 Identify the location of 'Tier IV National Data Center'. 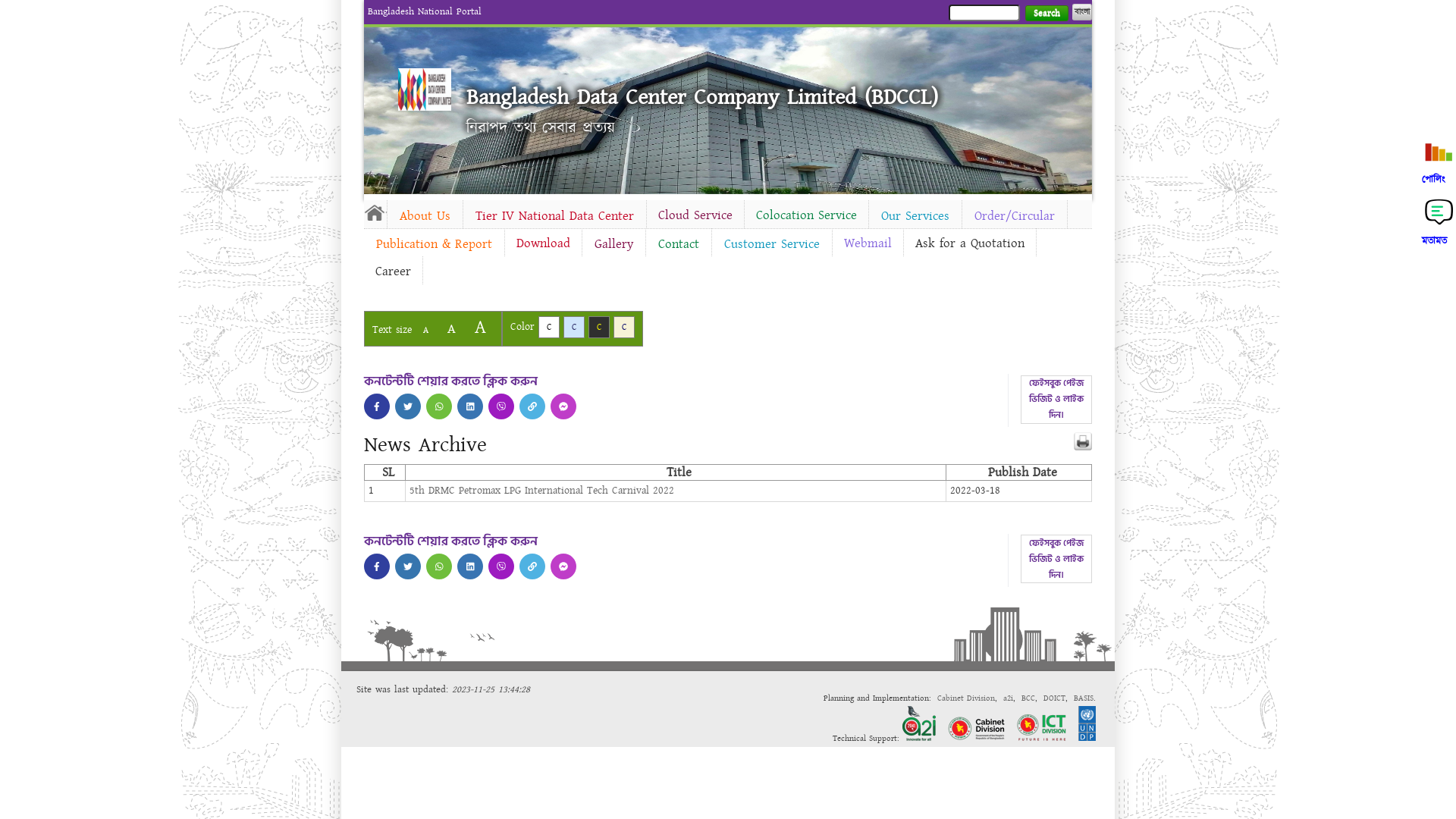
(462, 216).